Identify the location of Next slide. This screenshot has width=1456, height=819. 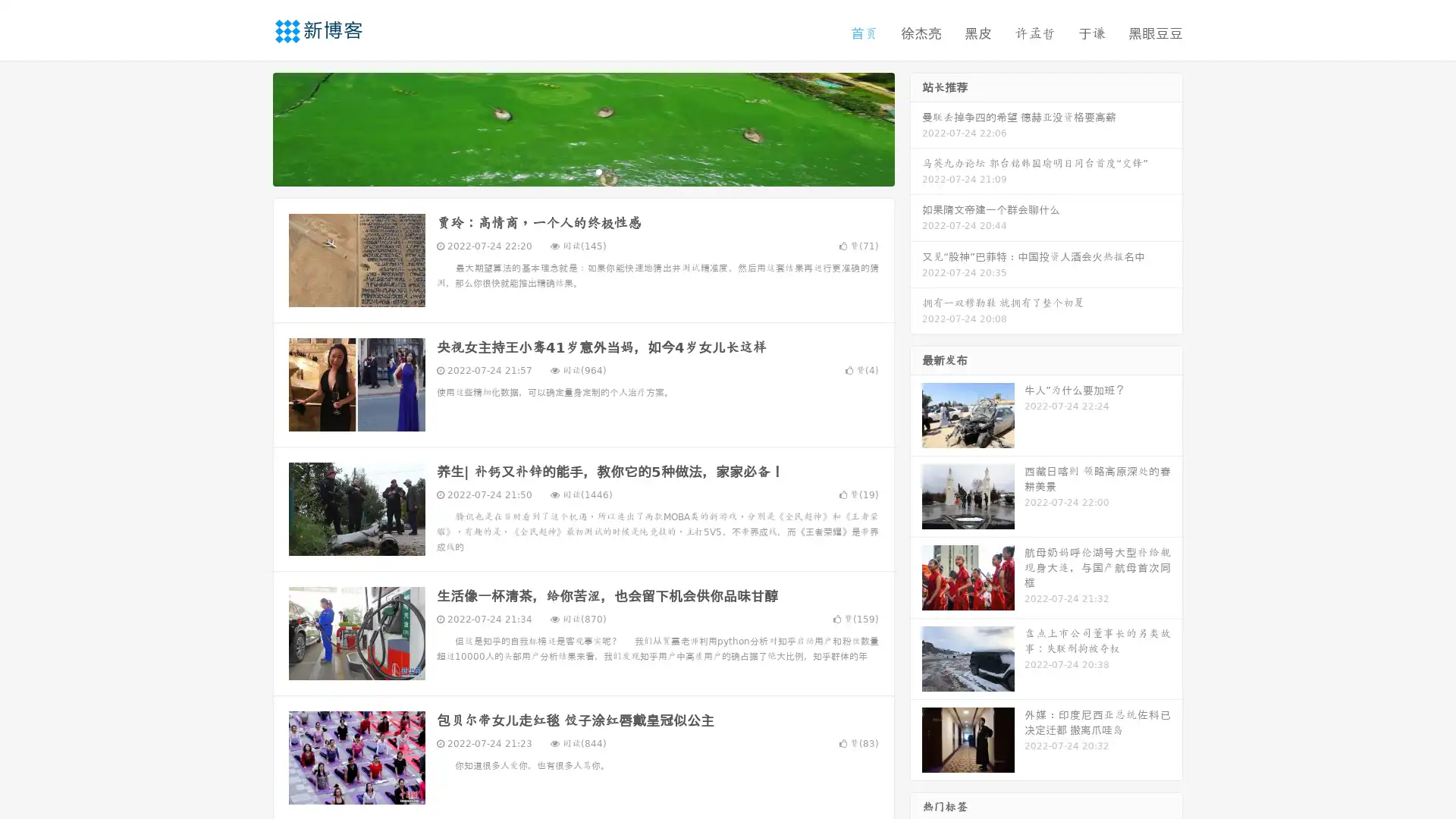
(916, 127).